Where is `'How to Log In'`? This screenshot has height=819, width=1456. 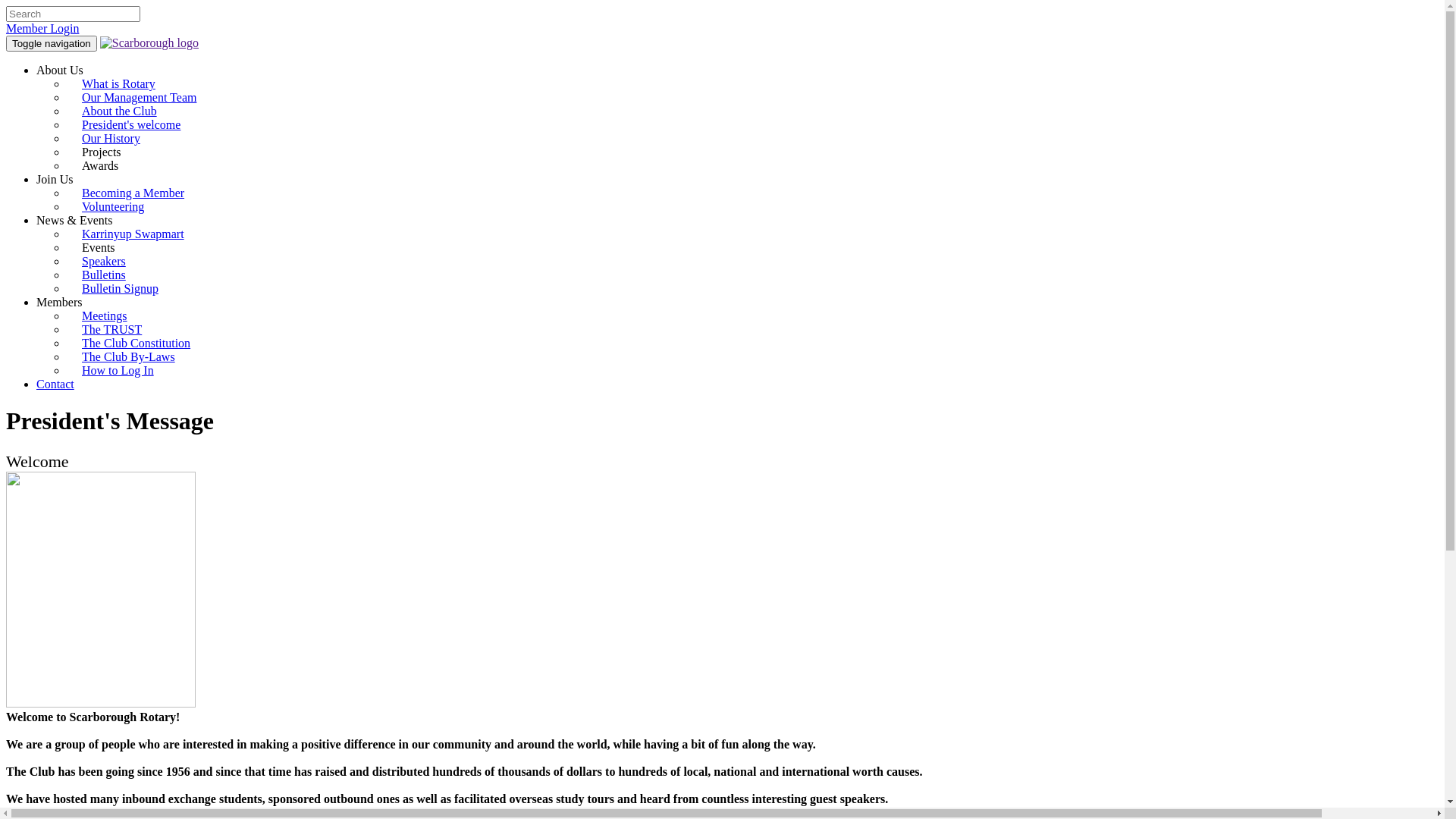 'How to Log In' is located at coordinates (117, 370).